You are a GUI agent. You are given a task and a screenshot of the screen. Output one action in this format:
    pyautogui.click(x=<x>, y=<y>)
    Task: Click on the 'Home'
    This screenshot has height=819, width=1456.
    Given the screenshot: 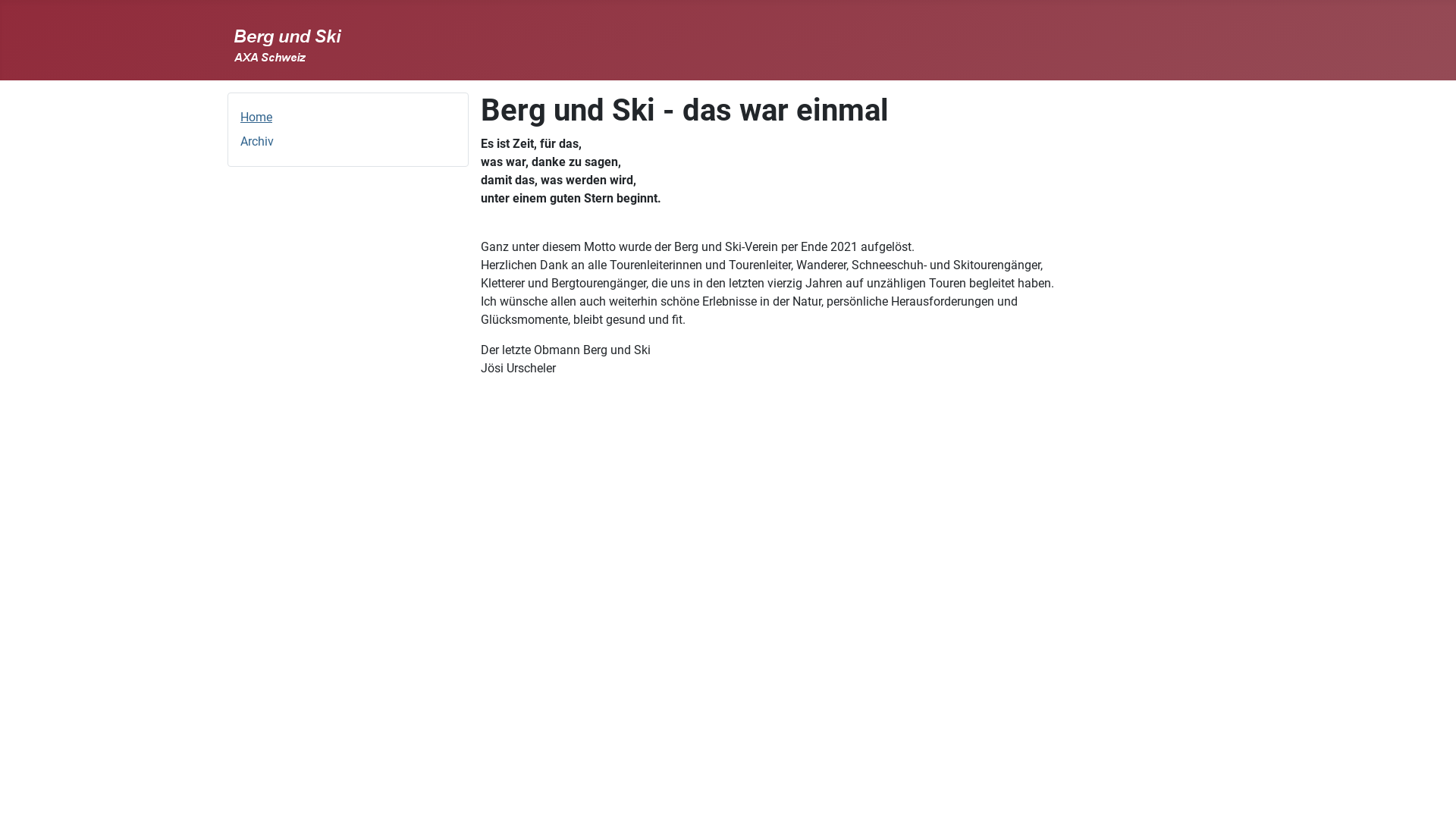 What is the action you would take?
    pyautogui.click(x=256, y=116)
    